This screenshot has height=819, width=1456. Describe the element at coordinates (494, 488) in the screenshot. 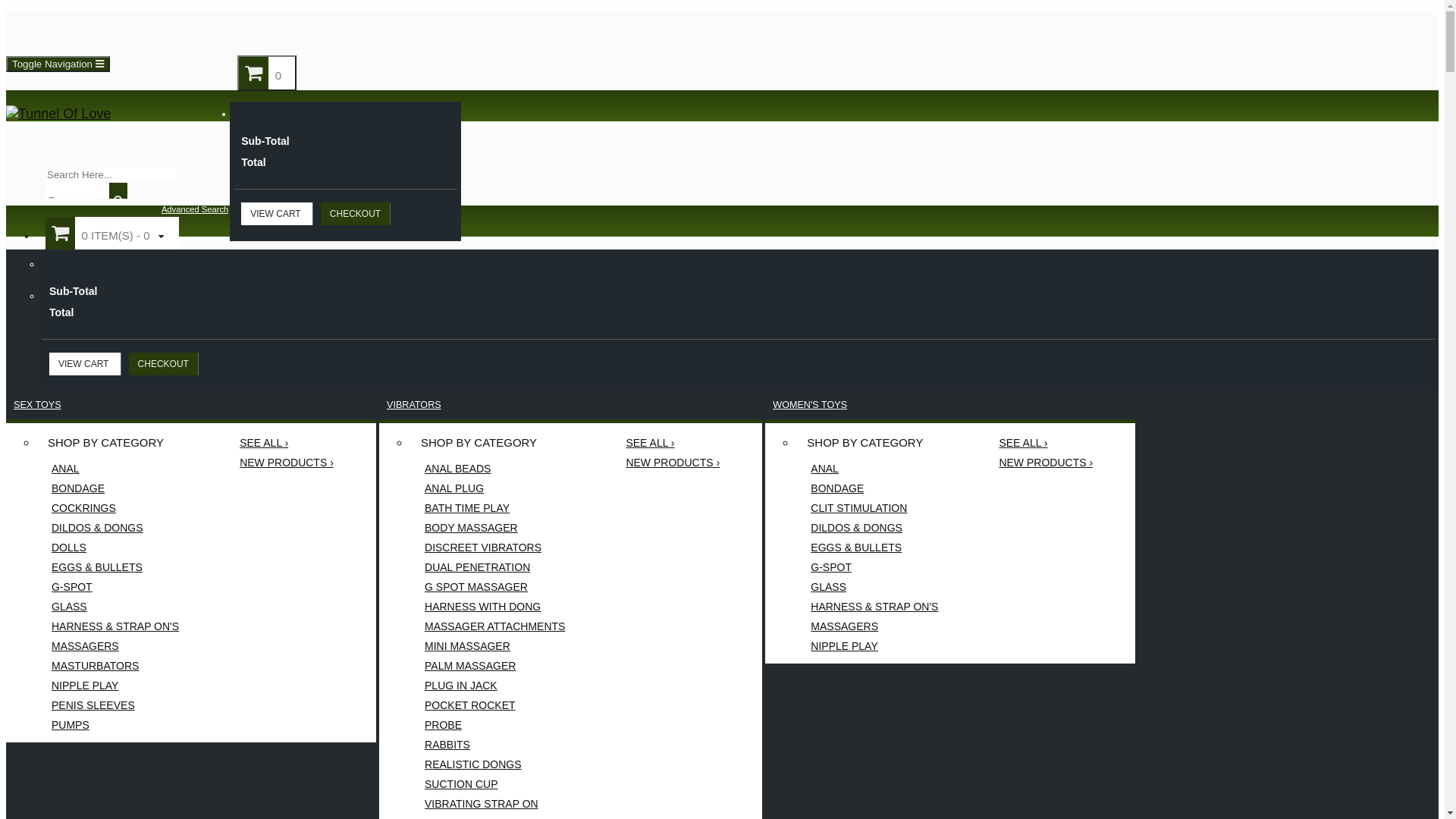

I see `'ANAL PLUG'` at that location.